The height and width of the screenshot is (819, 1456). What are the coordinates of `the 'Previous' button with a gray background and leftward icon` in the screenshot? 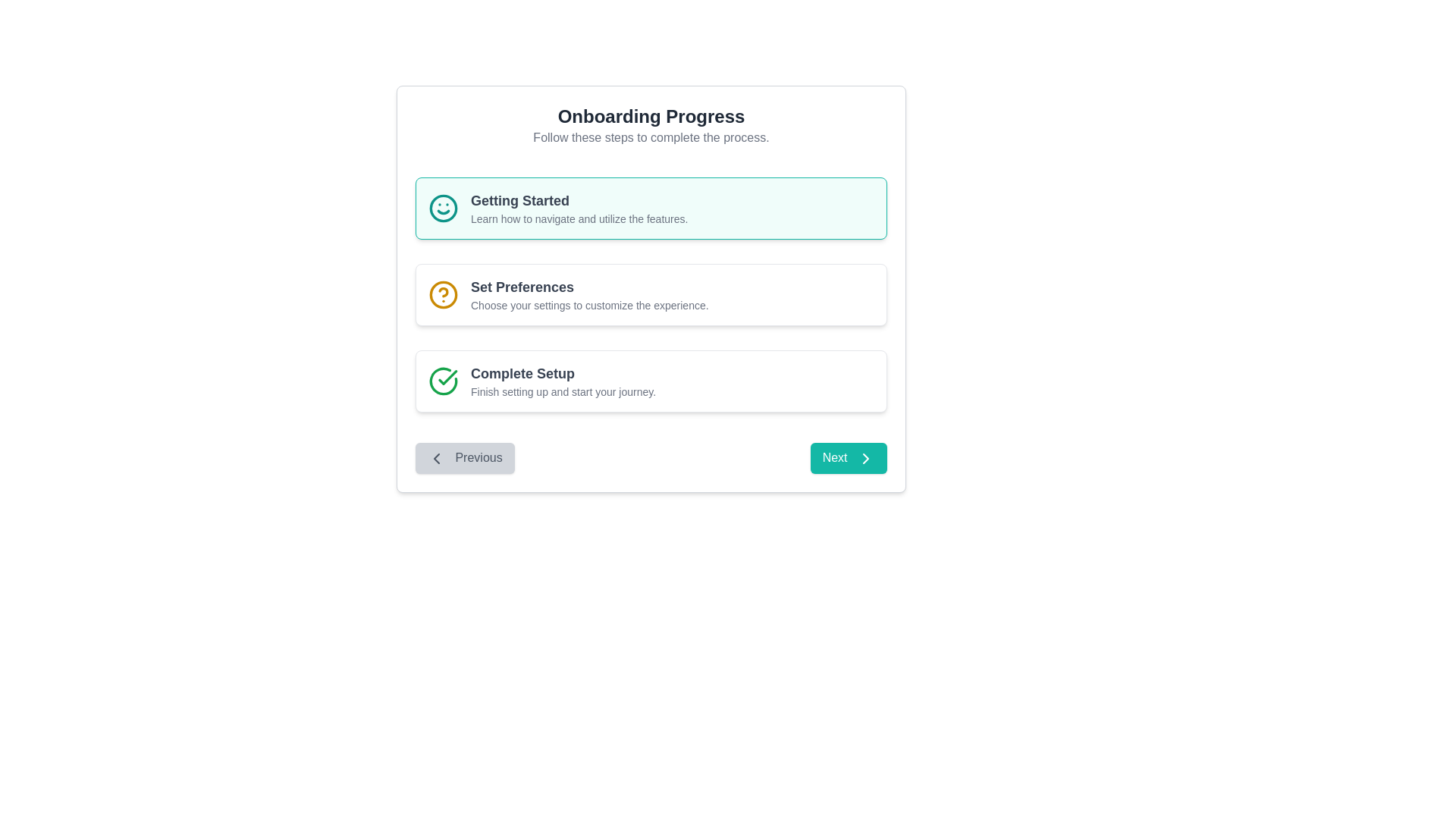 It's located at (464, 457).